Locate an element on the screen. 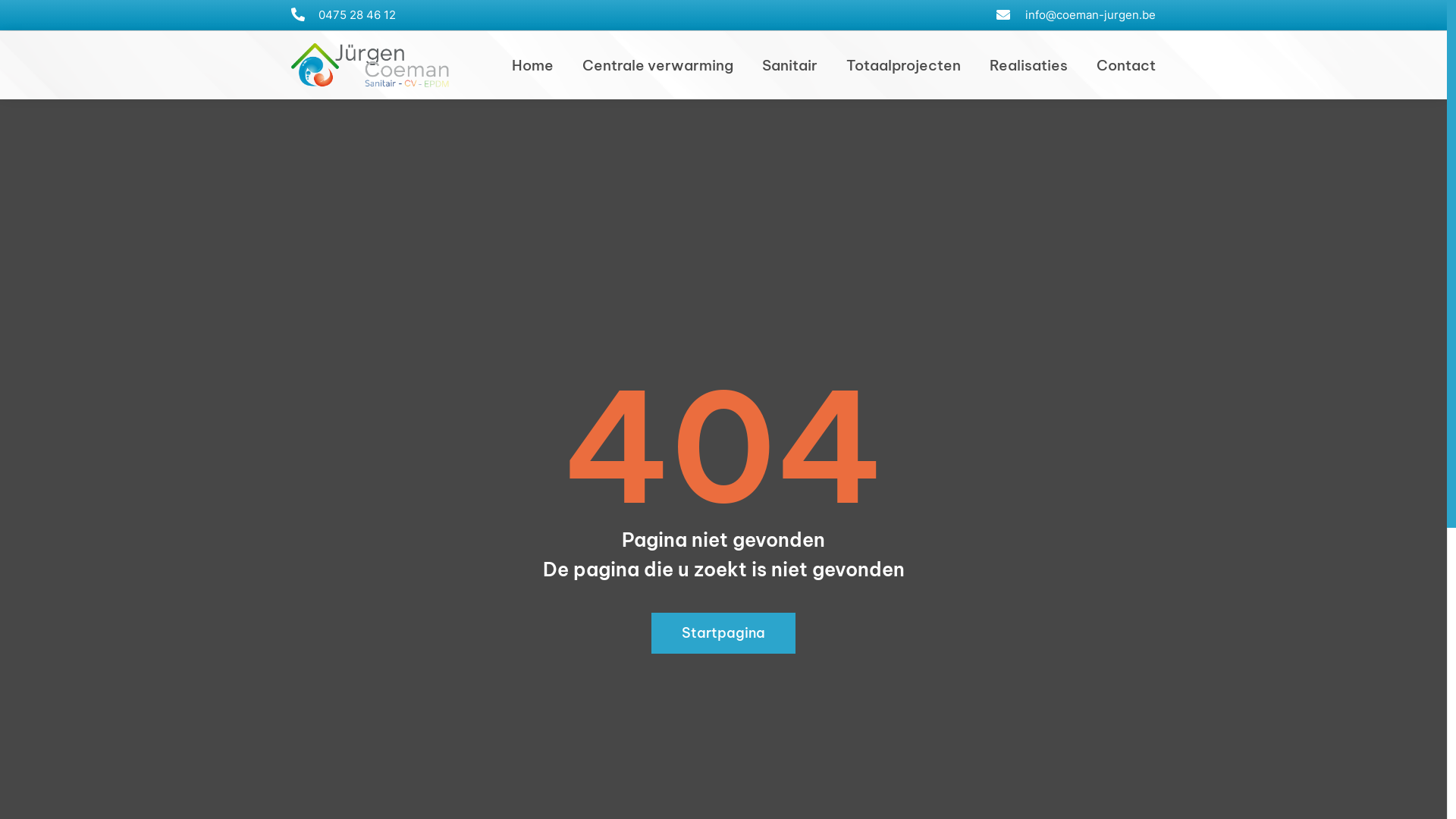 The height and width of the screenshot is (819, 1456). 'Totaalprojecten' is located at coordinates (846, 64).